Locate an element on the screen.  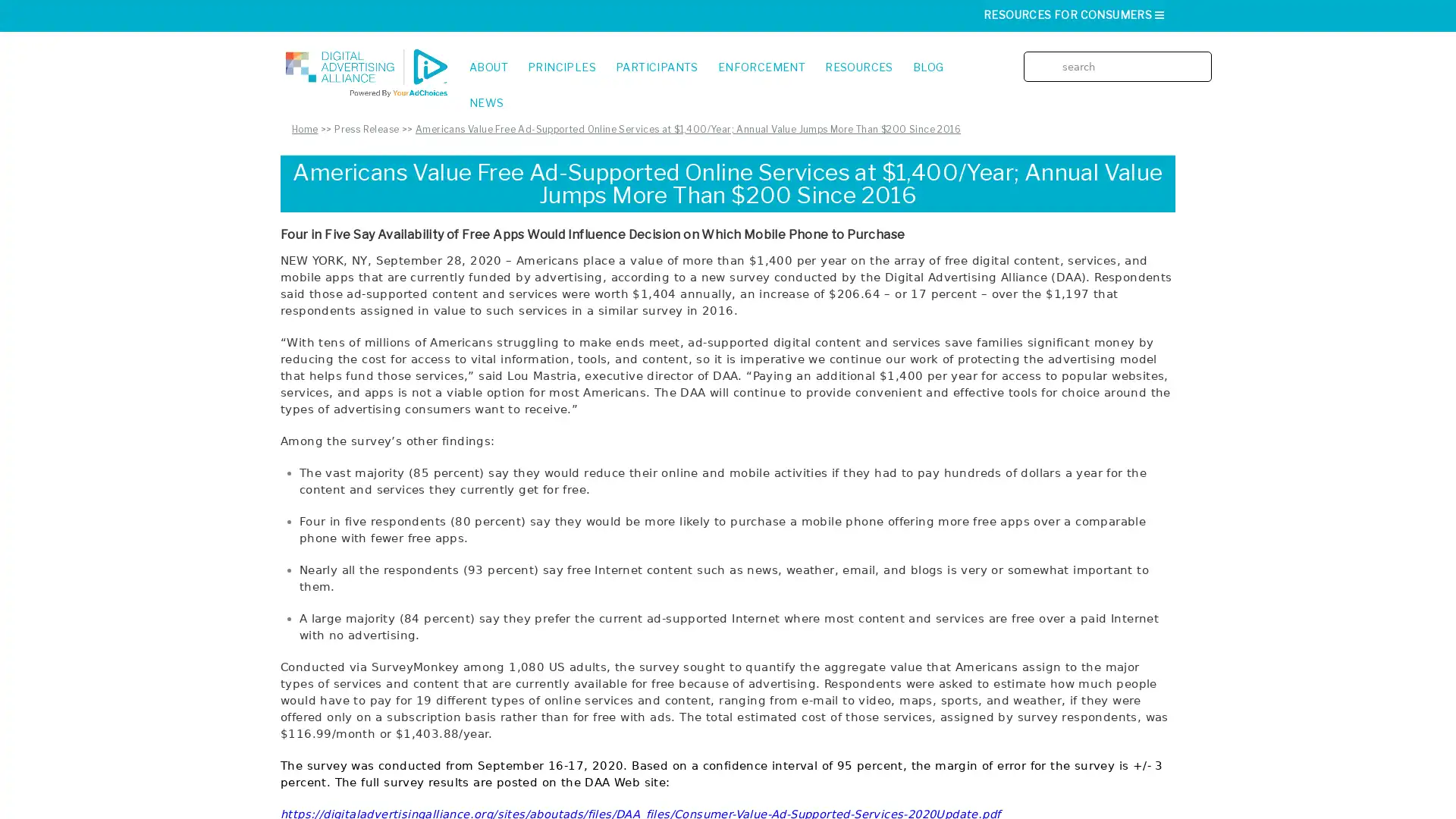
Search is located at coordinates (1204, 55).